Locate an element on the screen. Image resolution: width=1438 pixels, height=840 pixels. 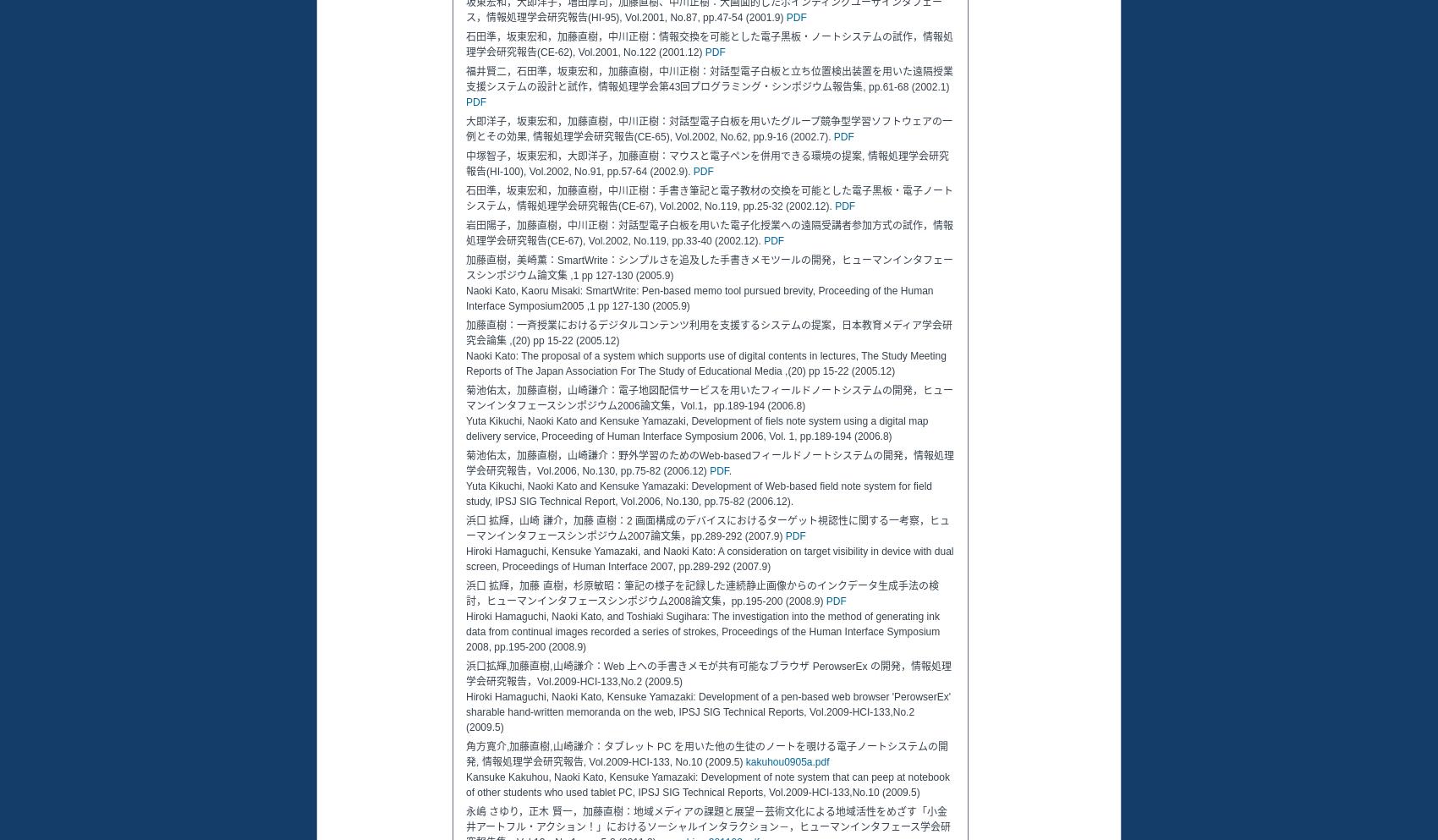
'浜口拡輝,加藤直樹,山崎謙介：Web 上への手書きメモが共有可能なブラウザ PerowserEx の開発，情報処理学会研究報告，Vol.2009-HCI-133,No.2 (2009.5)' is located at coordinates (707, 673).